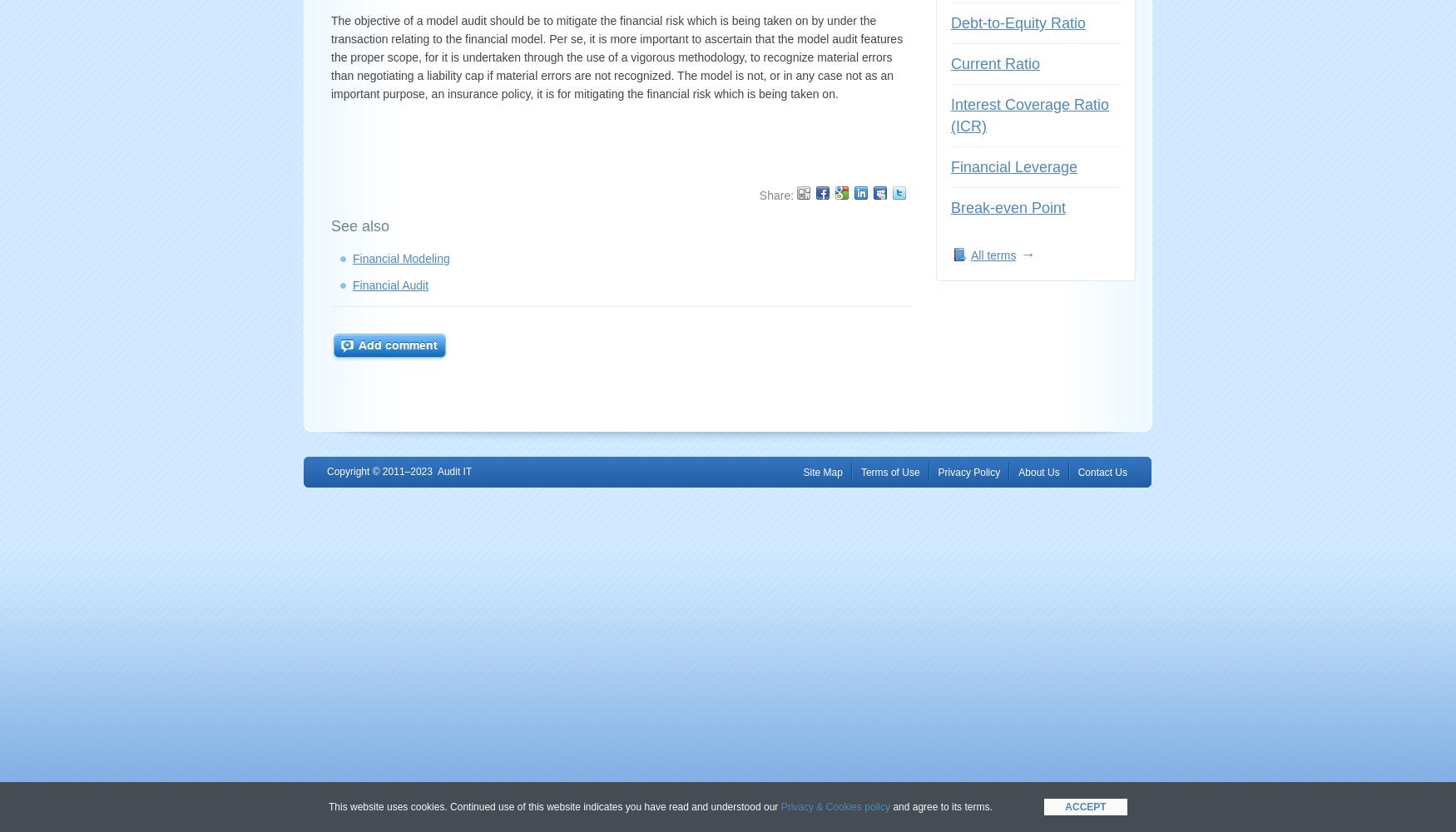 The image size is (1456, 832). Describe the element at coordinates (1018, 23) in the screenshot. I see `'Debt-to-Equity Ratio'` at that location.